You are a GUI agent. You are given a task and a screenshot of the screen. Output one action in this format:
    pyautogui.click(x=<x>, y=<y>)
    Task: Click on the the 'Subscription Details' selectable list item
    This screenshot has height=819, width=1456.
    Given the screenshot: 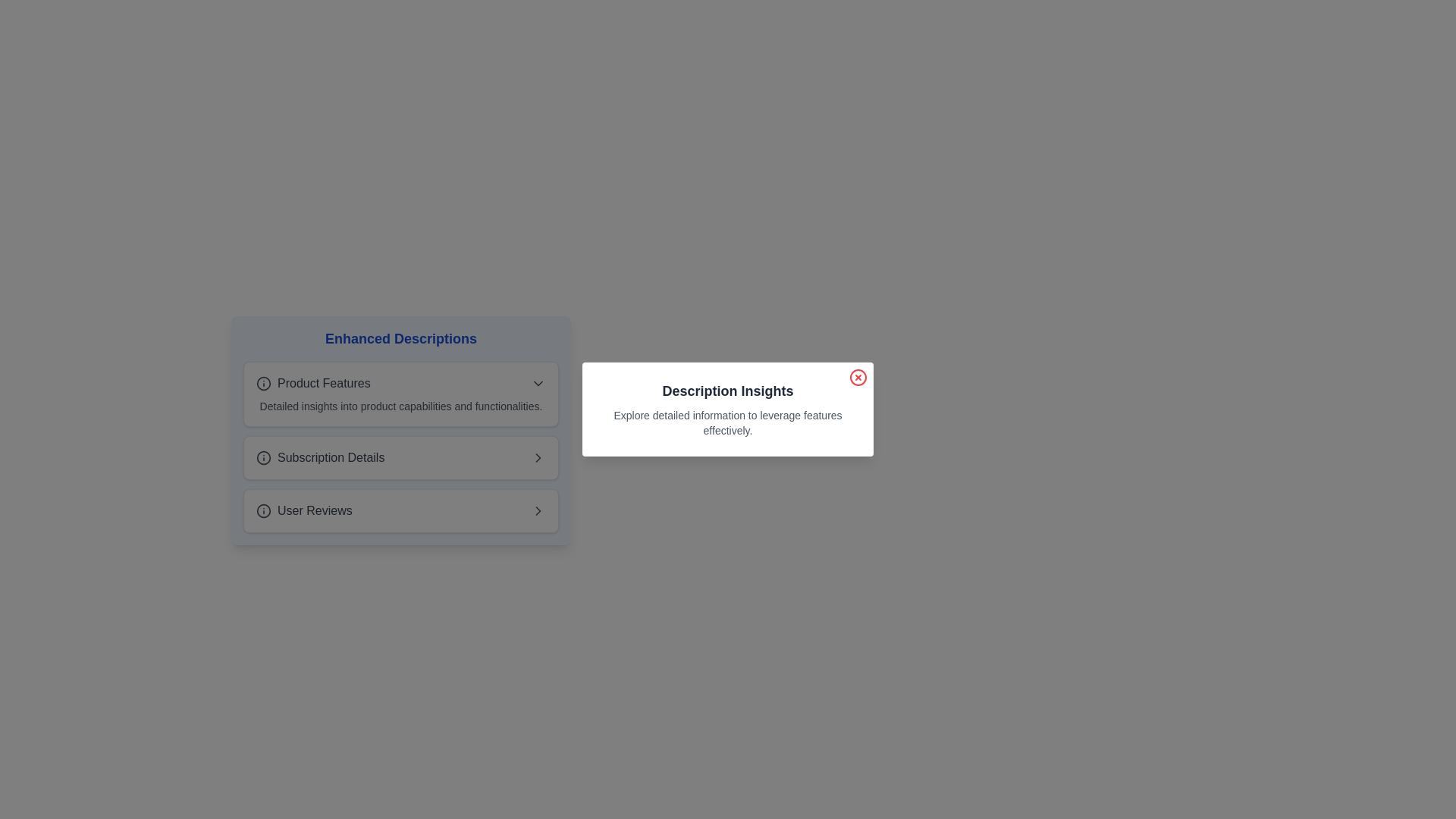 What is the action you would take?
    pyautogui.click(x=400, y=457)
    